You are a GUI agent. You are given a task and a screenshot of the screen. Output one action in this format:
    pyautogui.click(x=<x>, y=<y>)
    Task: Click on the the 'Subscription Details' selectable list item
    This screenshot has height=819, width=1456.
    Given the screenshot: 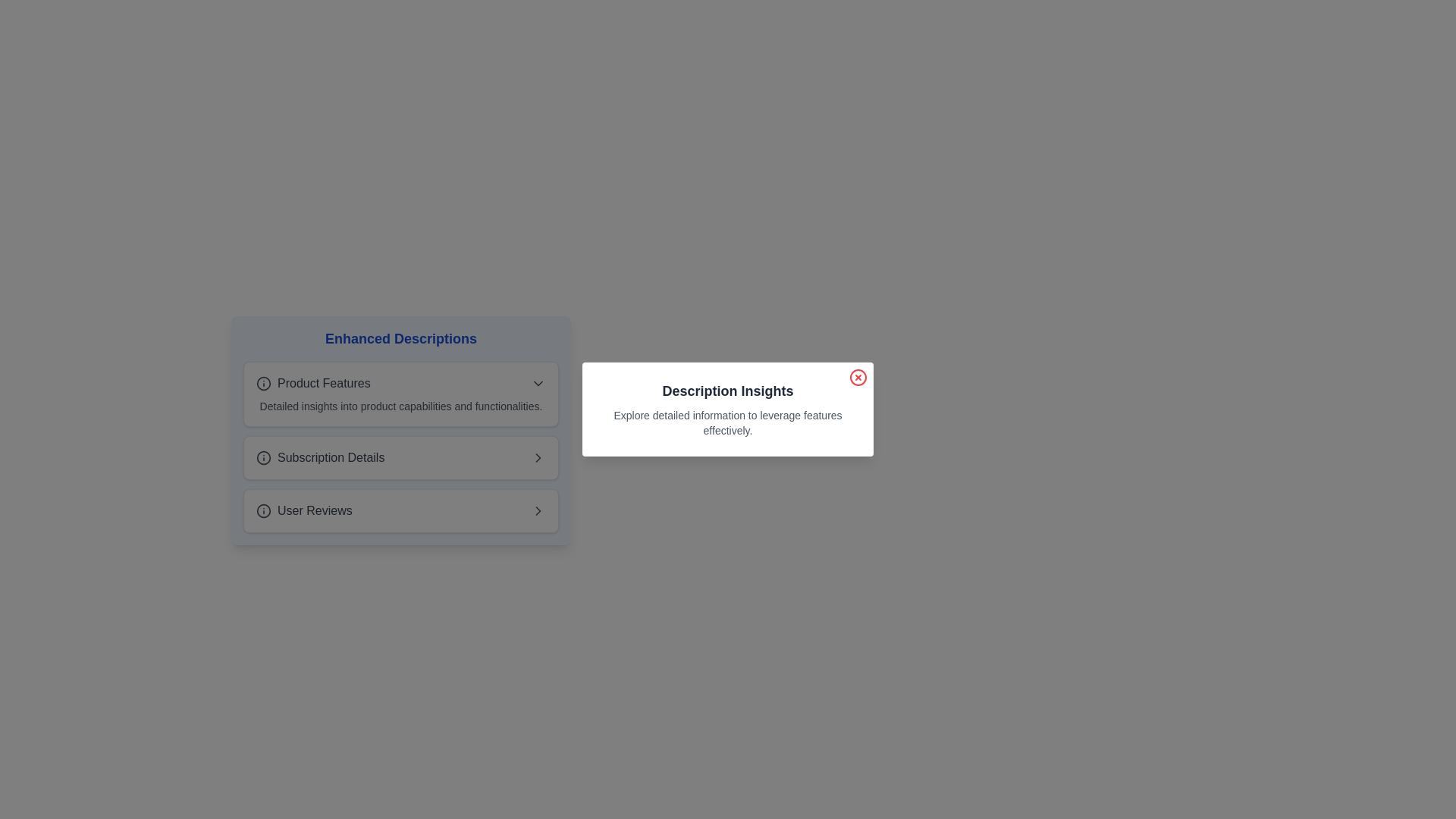 What is the action you would take?
    pyautogui.click(x=400, y=457)
    